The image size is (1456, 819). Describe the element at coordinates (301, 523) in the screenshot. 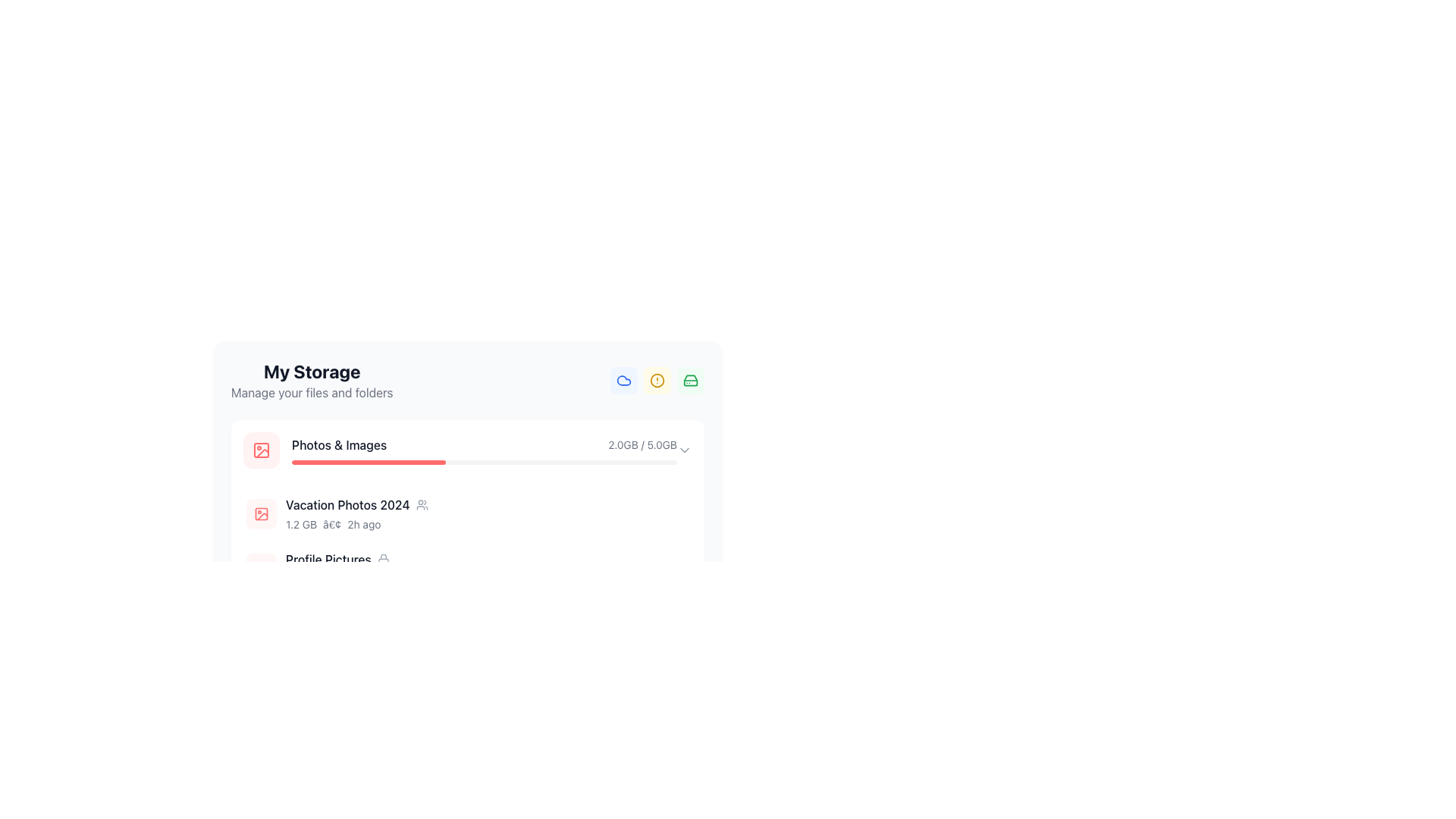

I see `the static text label displaying '1.2 GB', which is styled with a gray font color and positioned to the left of the middle dot symbol (•) in the second listed item indicating 'Vacation Photos 2024'` at that location.